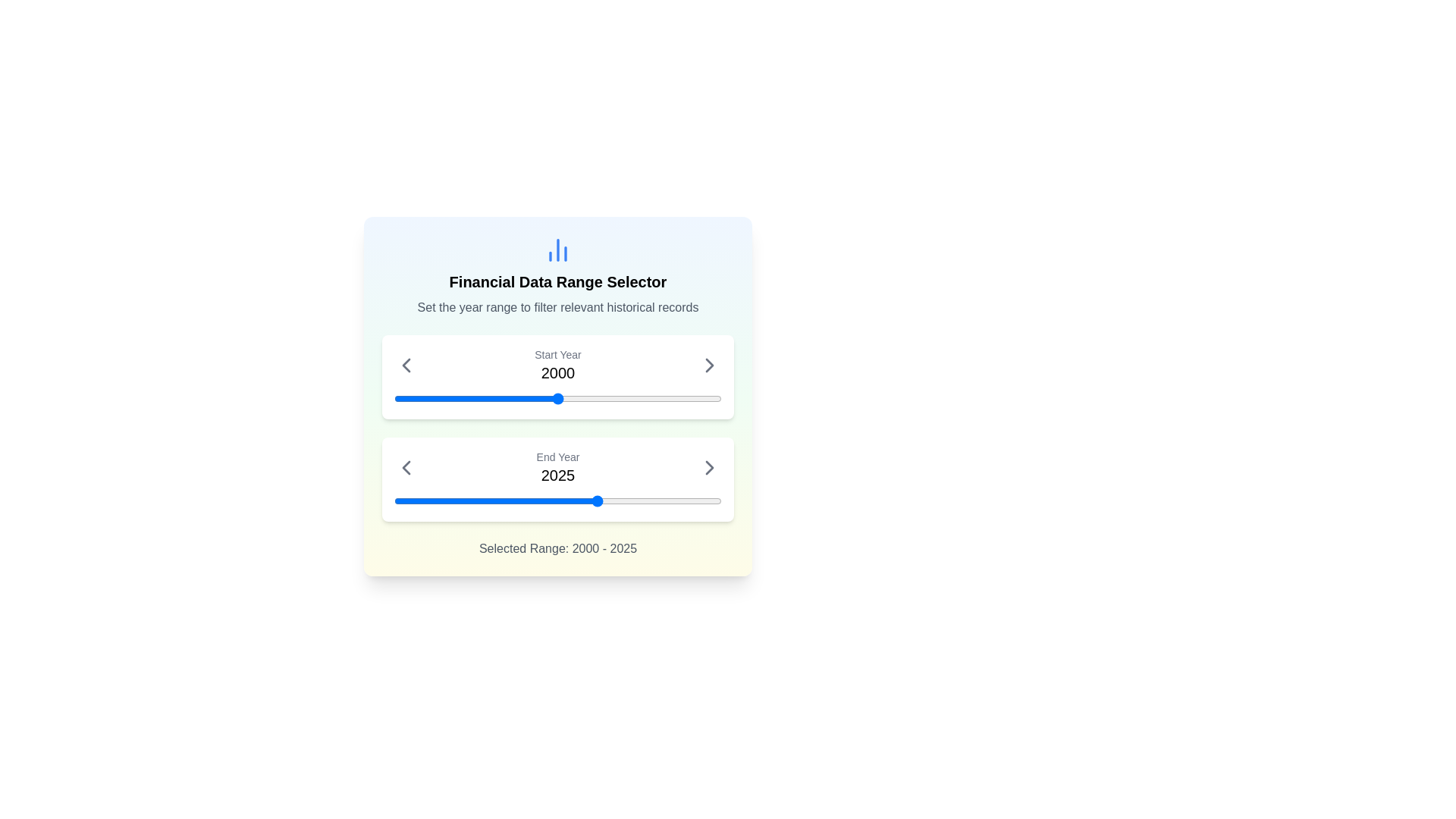 Image resolution: width=1456 pixels, height=819 pixels. I want to click on the left-facing gray arrow icon located in the 'End Year' section, so click(406, 467).